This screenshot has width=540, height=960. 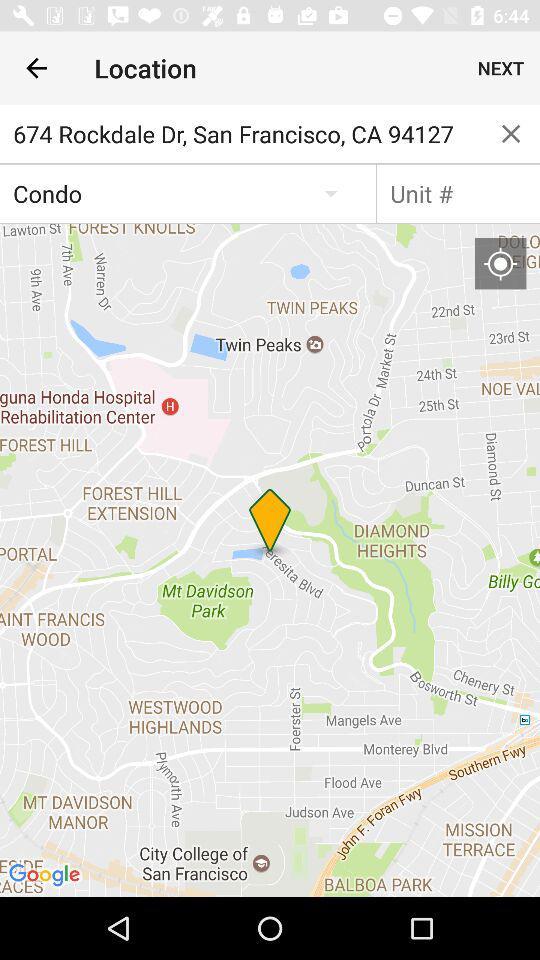 What do you see at coordinates (511, 132) in the screenshot?
I see `the icon to the right of the 674 rockdale dr icon` at bounding box center [511, 132].